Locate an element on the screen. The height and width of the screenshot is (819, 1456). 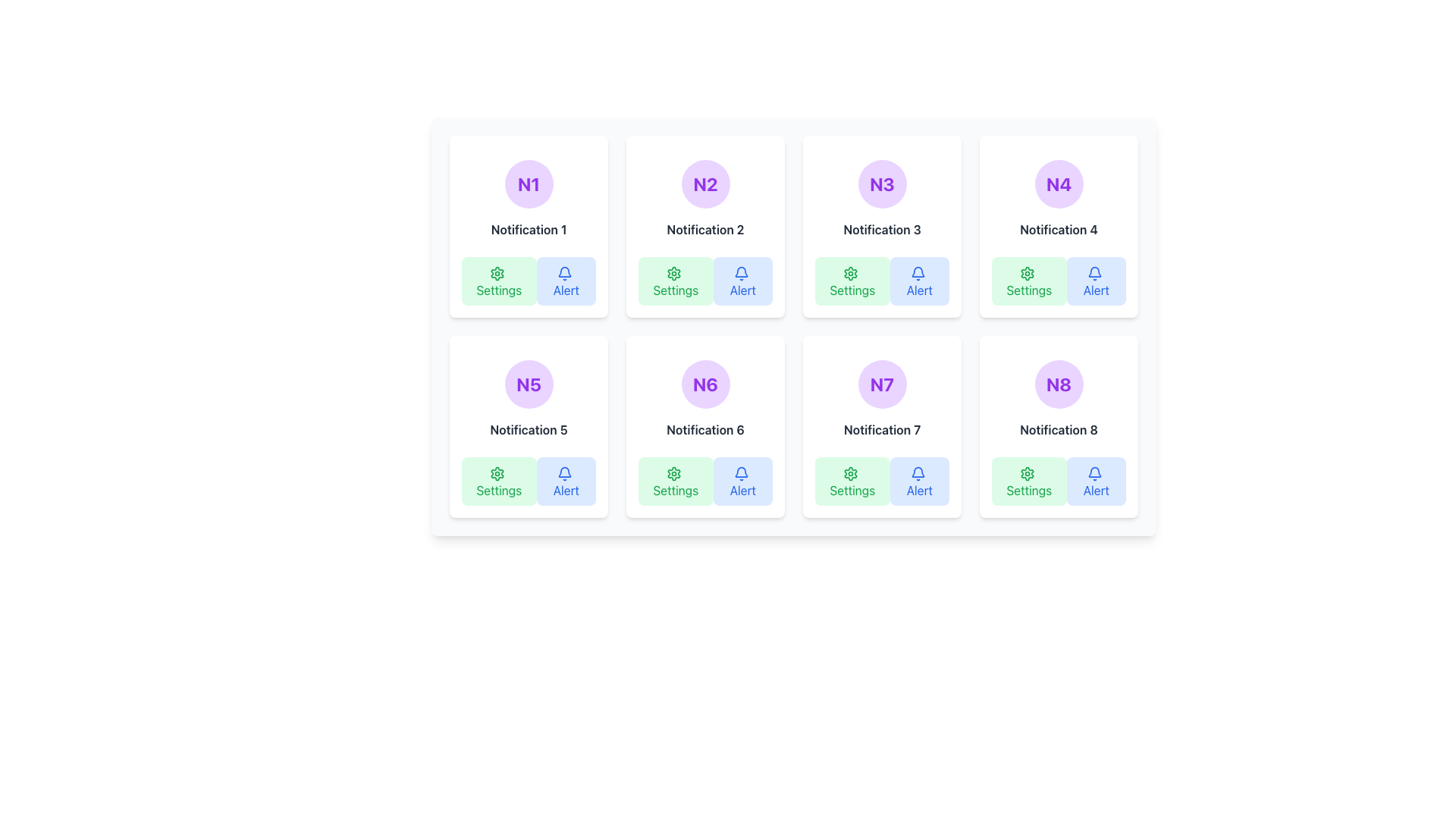
the alert button located to the right of the green 'Settings' button in the 'Notification 2' card is located at coordinates (742, 281).